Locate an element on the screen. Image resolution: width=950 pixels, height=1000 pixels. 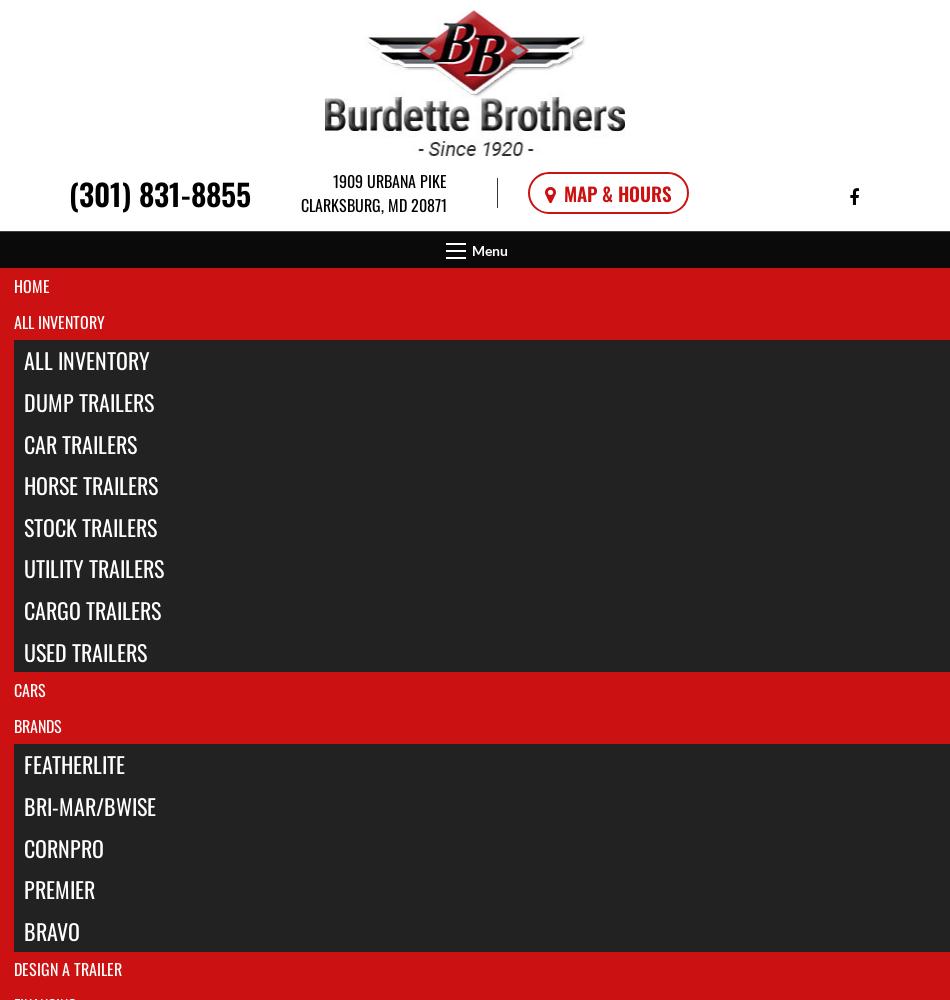
'Used Trailers' is located at coordinates (84, 651).